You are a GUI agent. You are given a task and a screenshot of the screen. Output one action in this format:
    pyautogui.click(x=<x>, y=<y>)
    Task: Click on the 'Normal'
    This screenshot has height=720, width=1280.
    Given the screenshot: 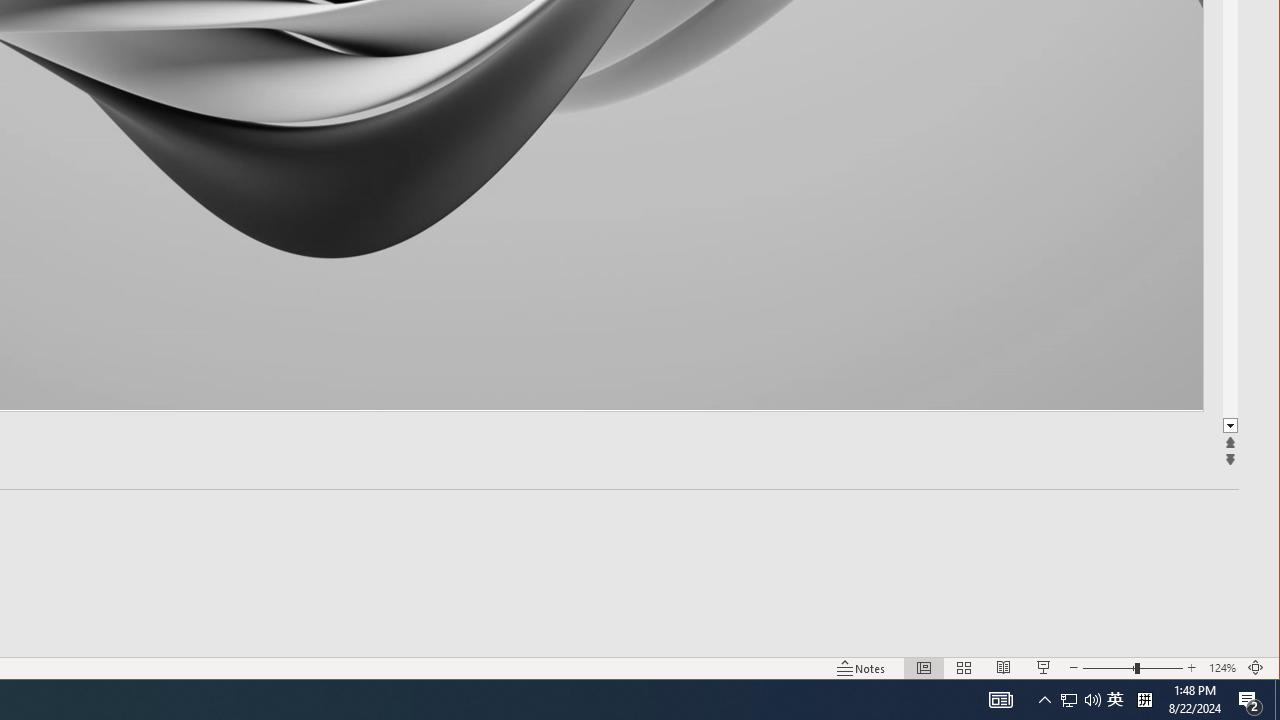 What is the action you would take?
    pyautogui.click(x=923, y=668)
    